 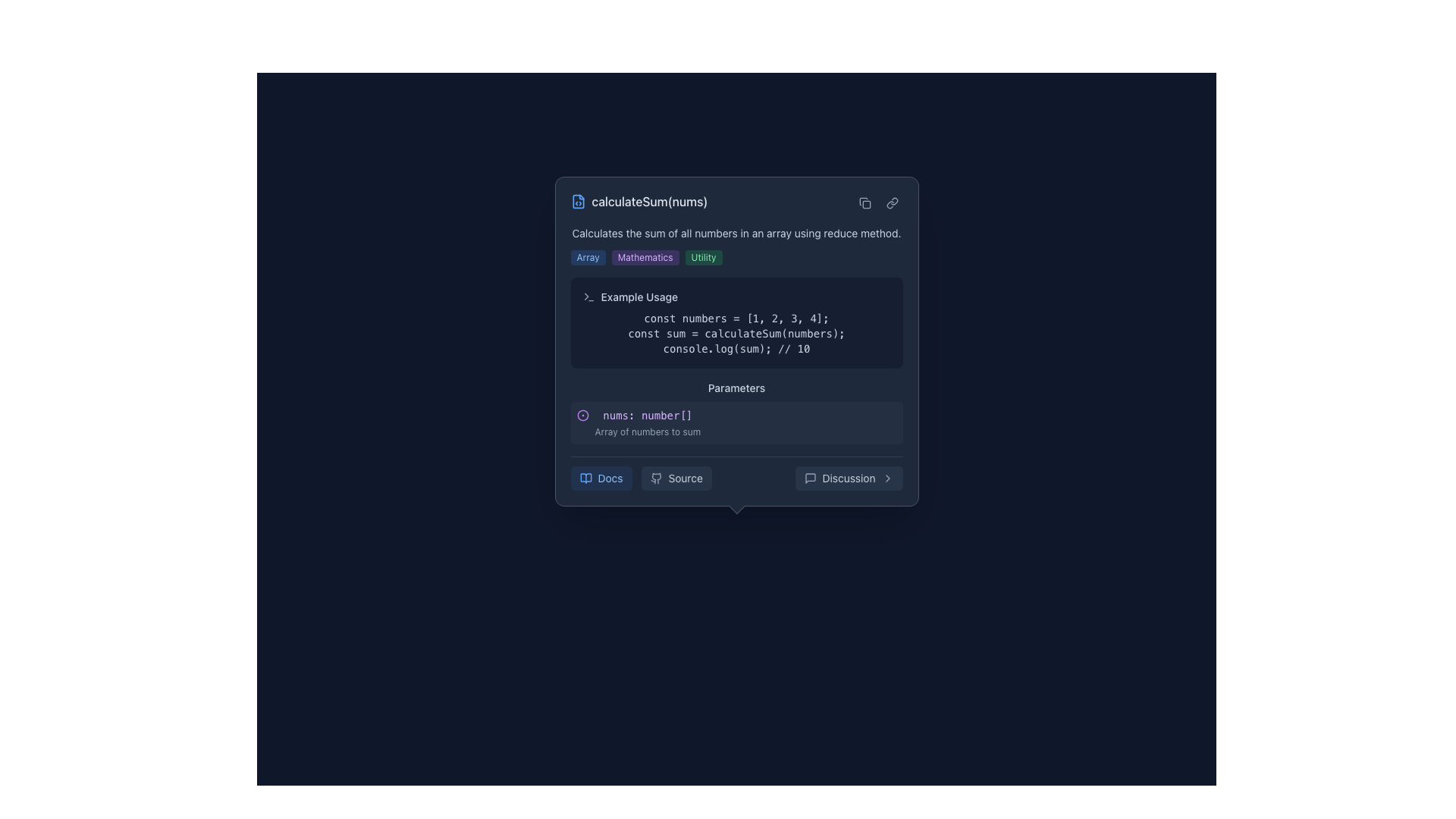 What do you see at coordinates (736, 256) in the screenshot?
I see `the tag group consisting of labels 'Array', 'Mathematics', and 'Utility'` at bounding box center [736, 256].